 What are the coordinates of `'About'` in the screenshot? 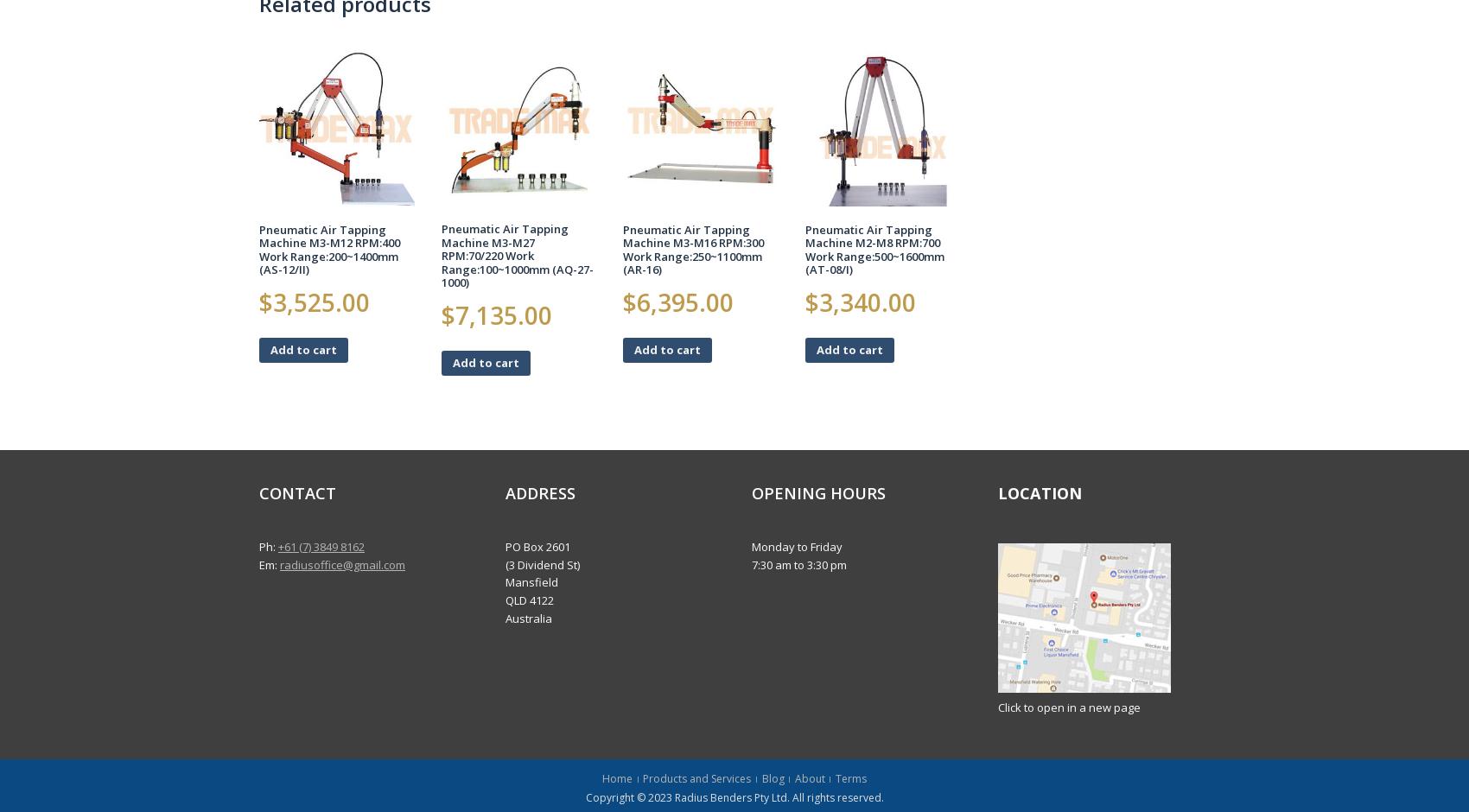 It's located at (809, 778).